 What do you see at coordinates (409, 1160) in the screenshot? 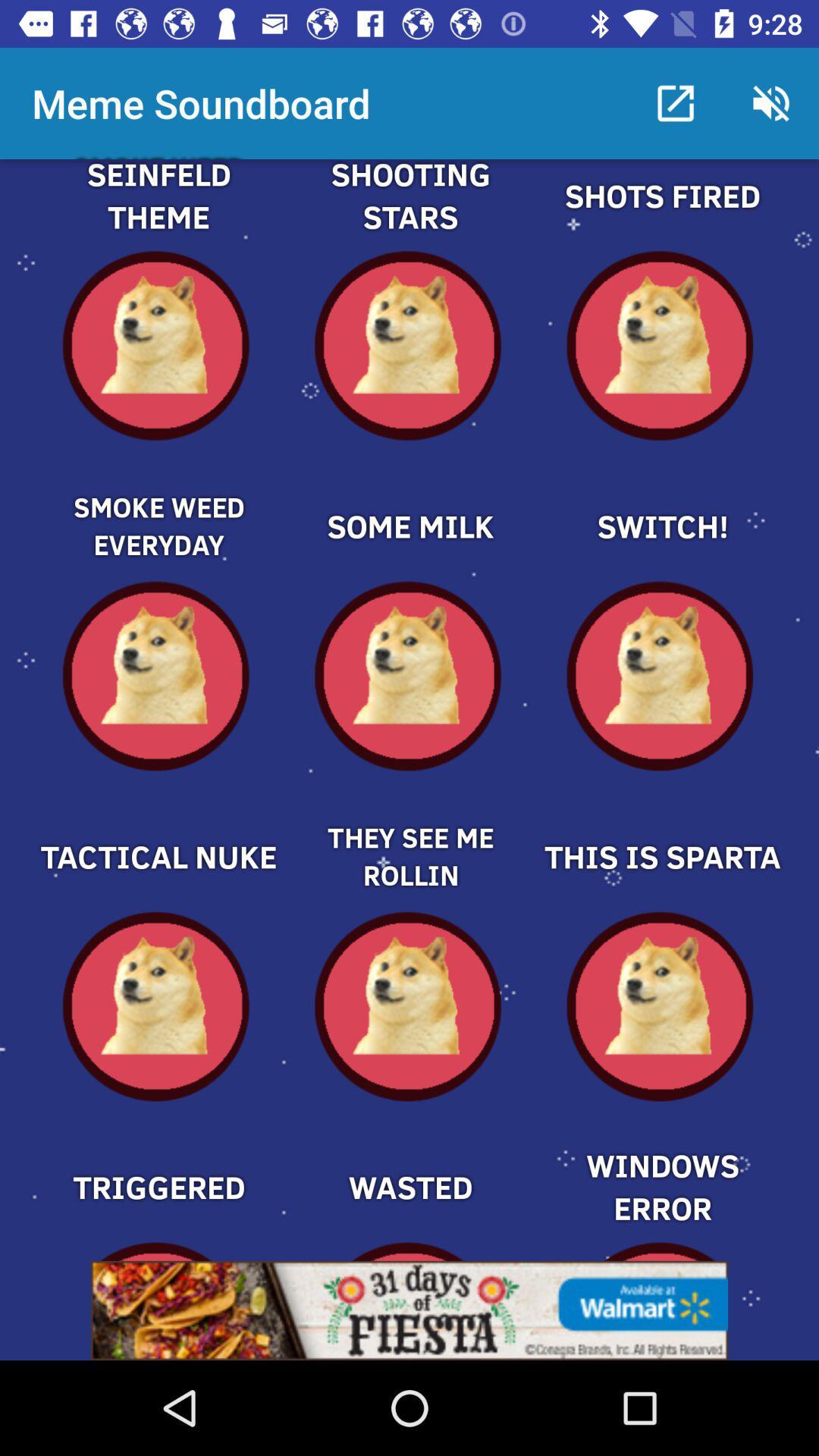
I see `choose wasted` at bounding box center [409, 1160].